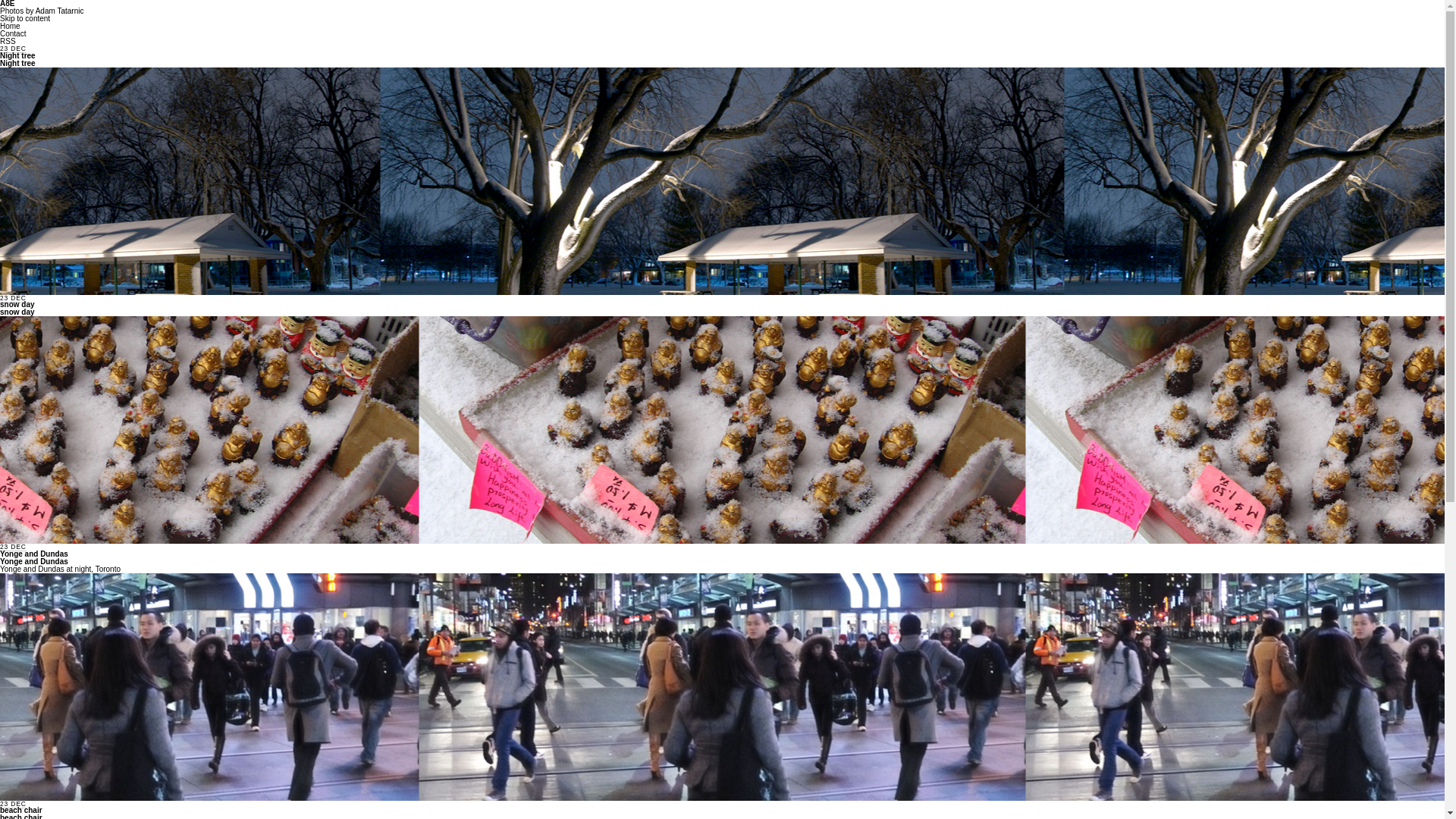 The width and height of the screenshot is (1456, 819). I want to click on 'Contact', so click(13, 33).